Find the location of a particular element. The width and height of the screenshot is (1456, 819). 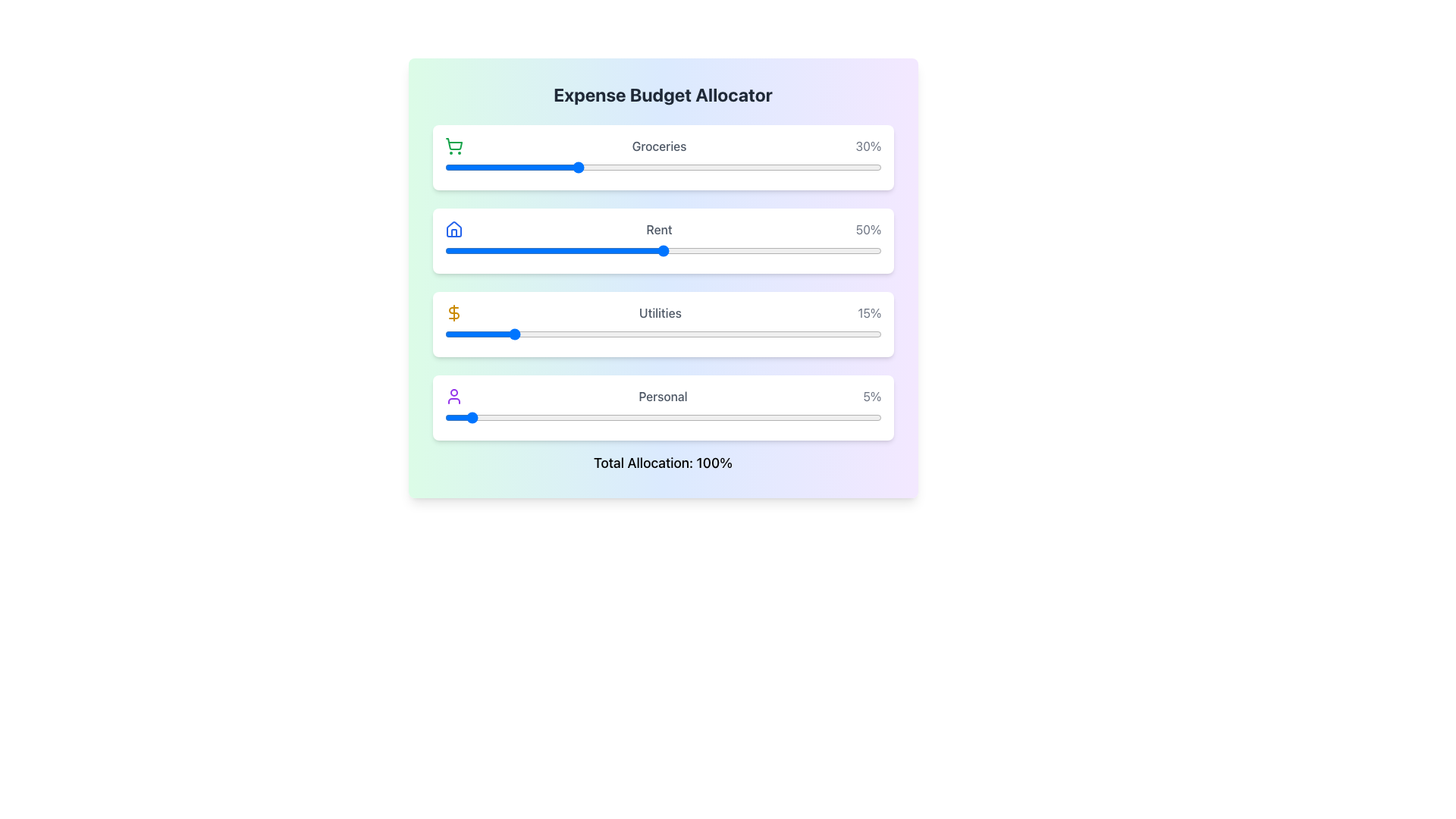

the static text label displaying '5%' for the 'Personal' category in the budget allocator interface, located at the far right of the 'Personal' row is located at coordinates (872, 396).